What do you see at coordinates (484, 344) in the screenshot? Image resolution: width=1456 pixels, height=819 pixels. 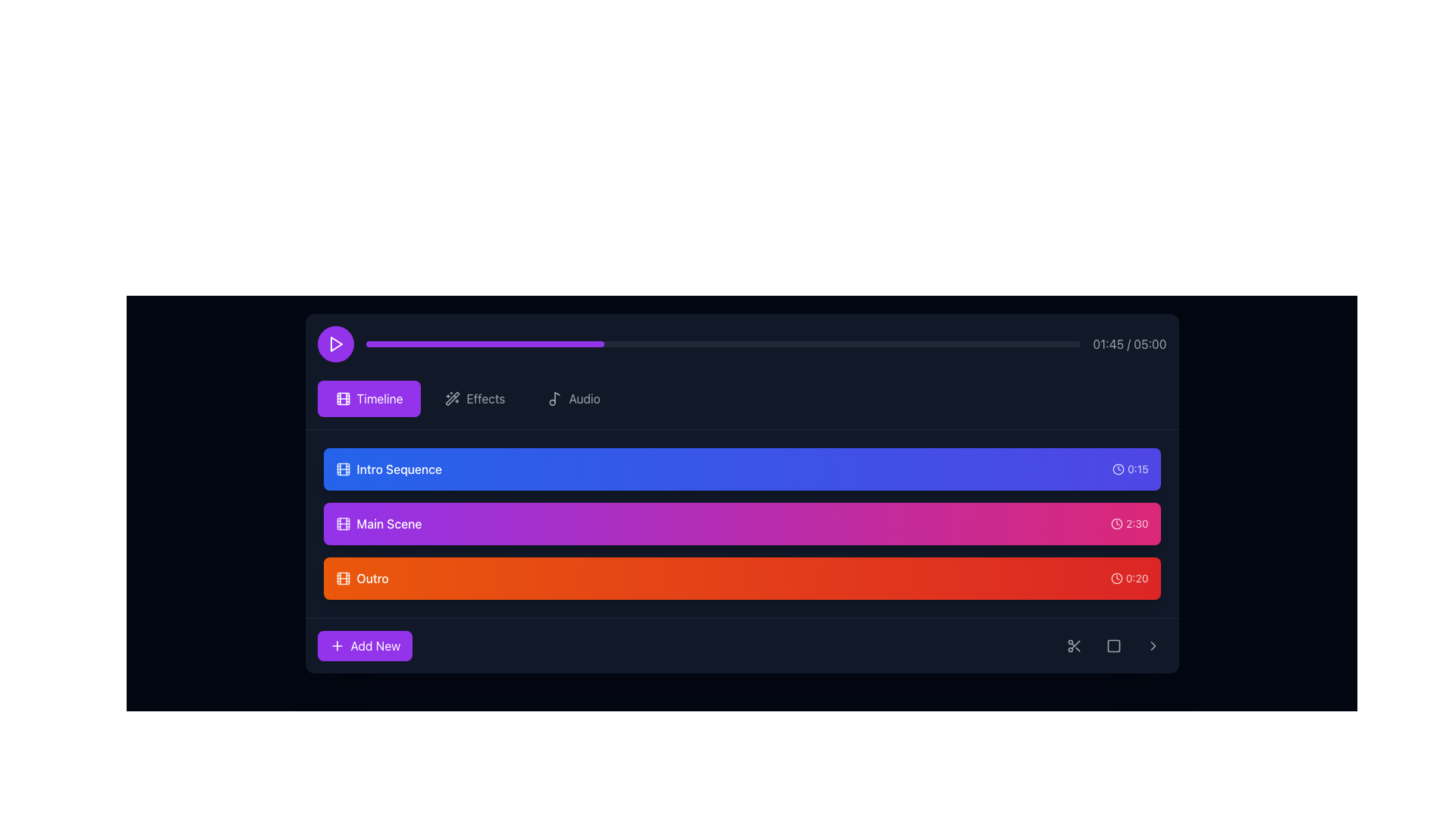 I see `the leftmost segment of the progress bar, which visually represents a portion of progress in a task or timeline, located near the top of the interface` at bounding box center [484, 344].